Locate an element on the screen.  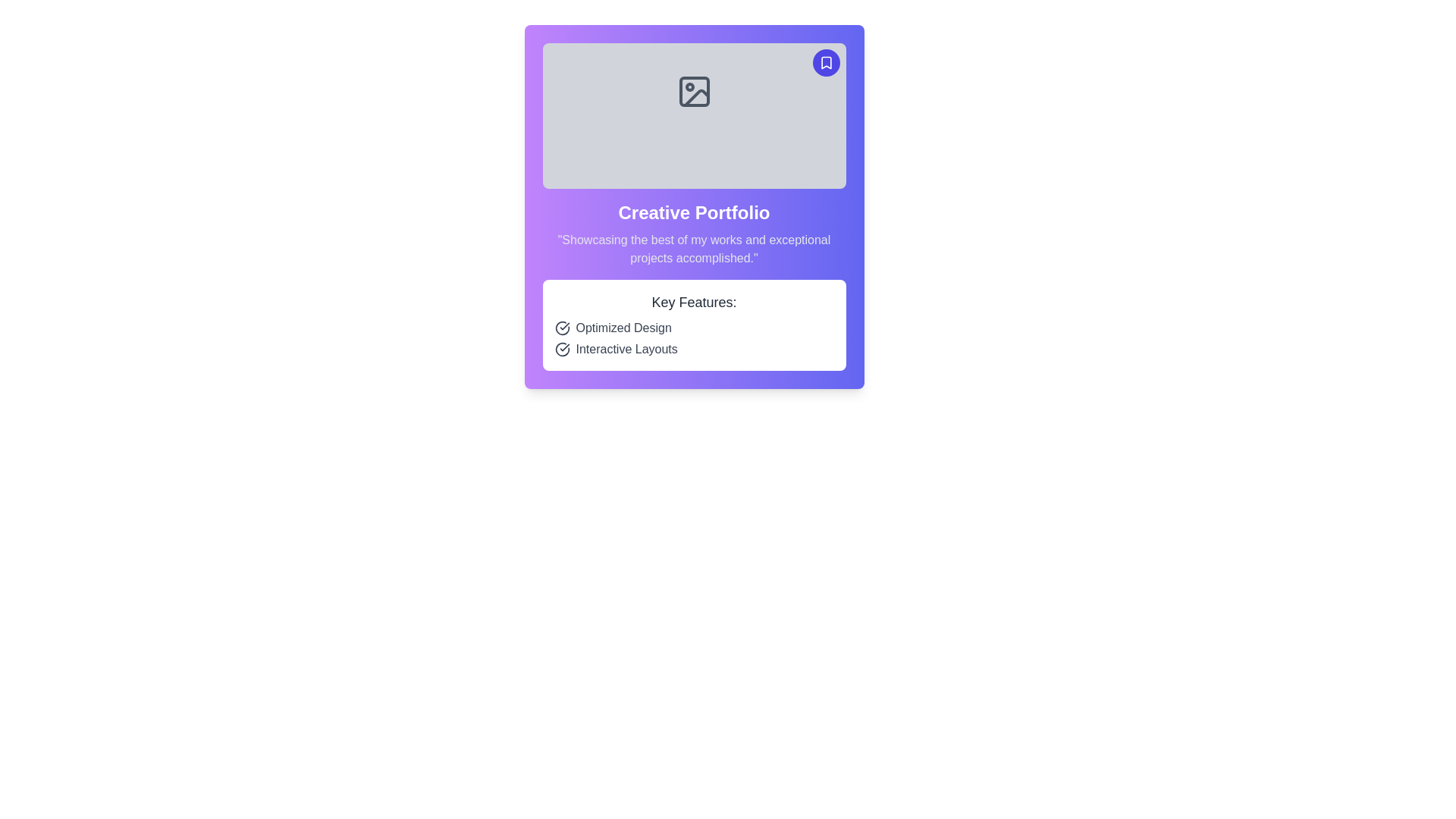
the stylized bookmark icon located in the upper-right corner of the blue rectangular section within the card highlighting the 'Creative Portfolio' title is located at coordinates (825, 62).